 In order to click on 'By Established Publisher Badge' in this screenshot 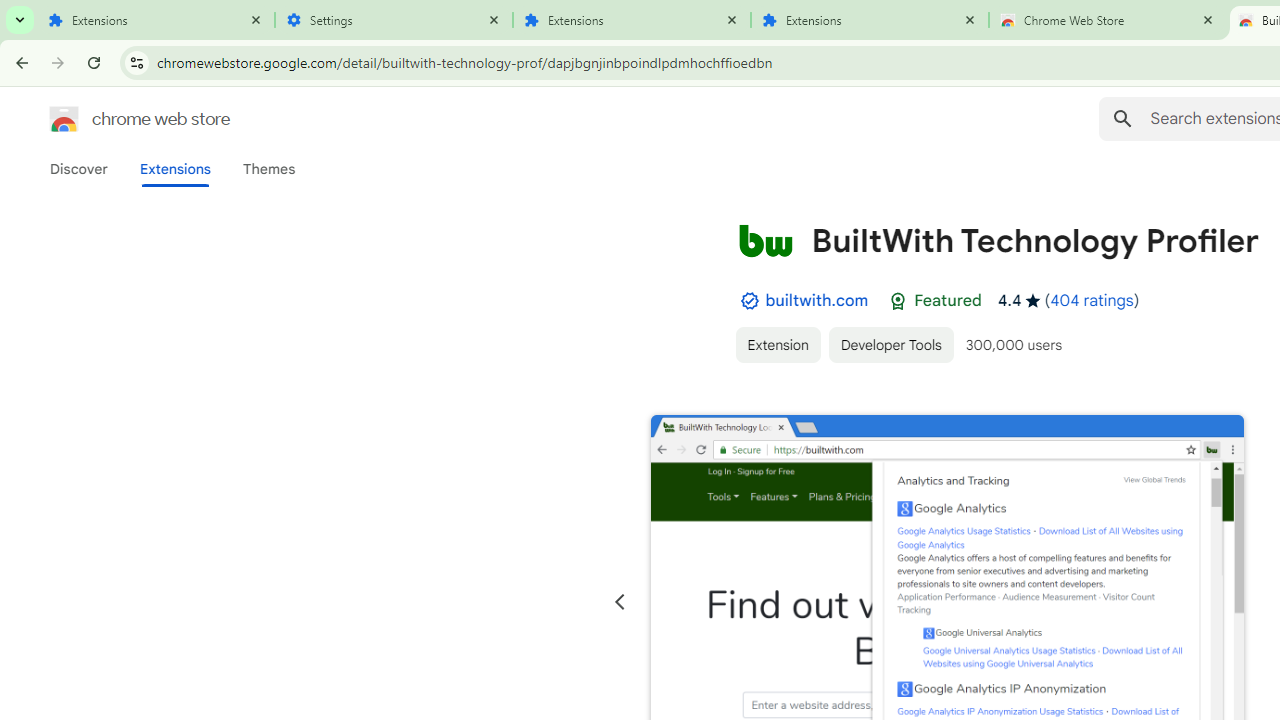, I will do `click(748, 301)`.